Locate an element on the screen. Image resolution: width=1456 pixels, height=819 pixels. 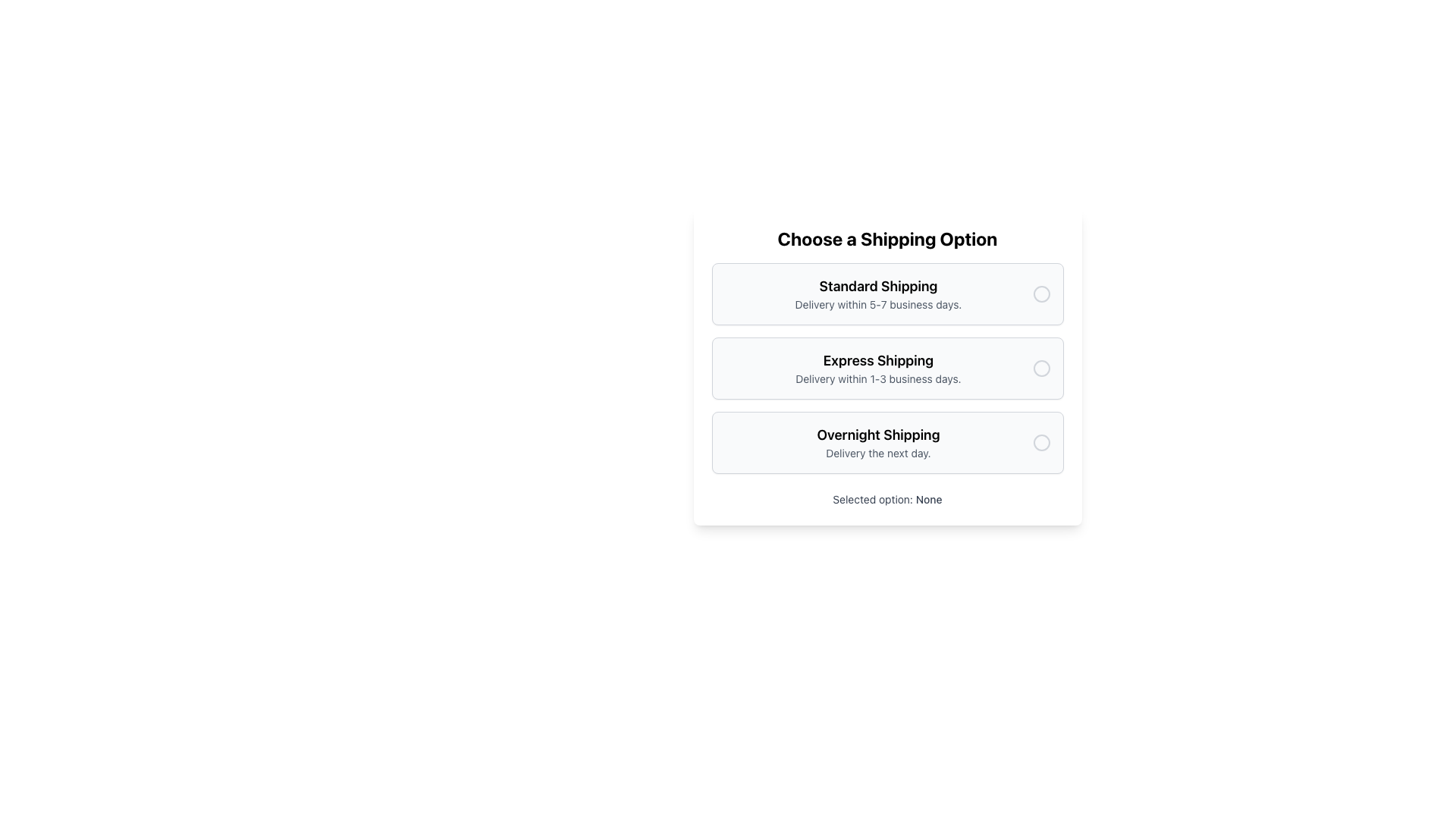
textual information about the 'Overnight Shipping' option, which is the third item in the vertical list of shipping options is located at coordinates (878, 442).